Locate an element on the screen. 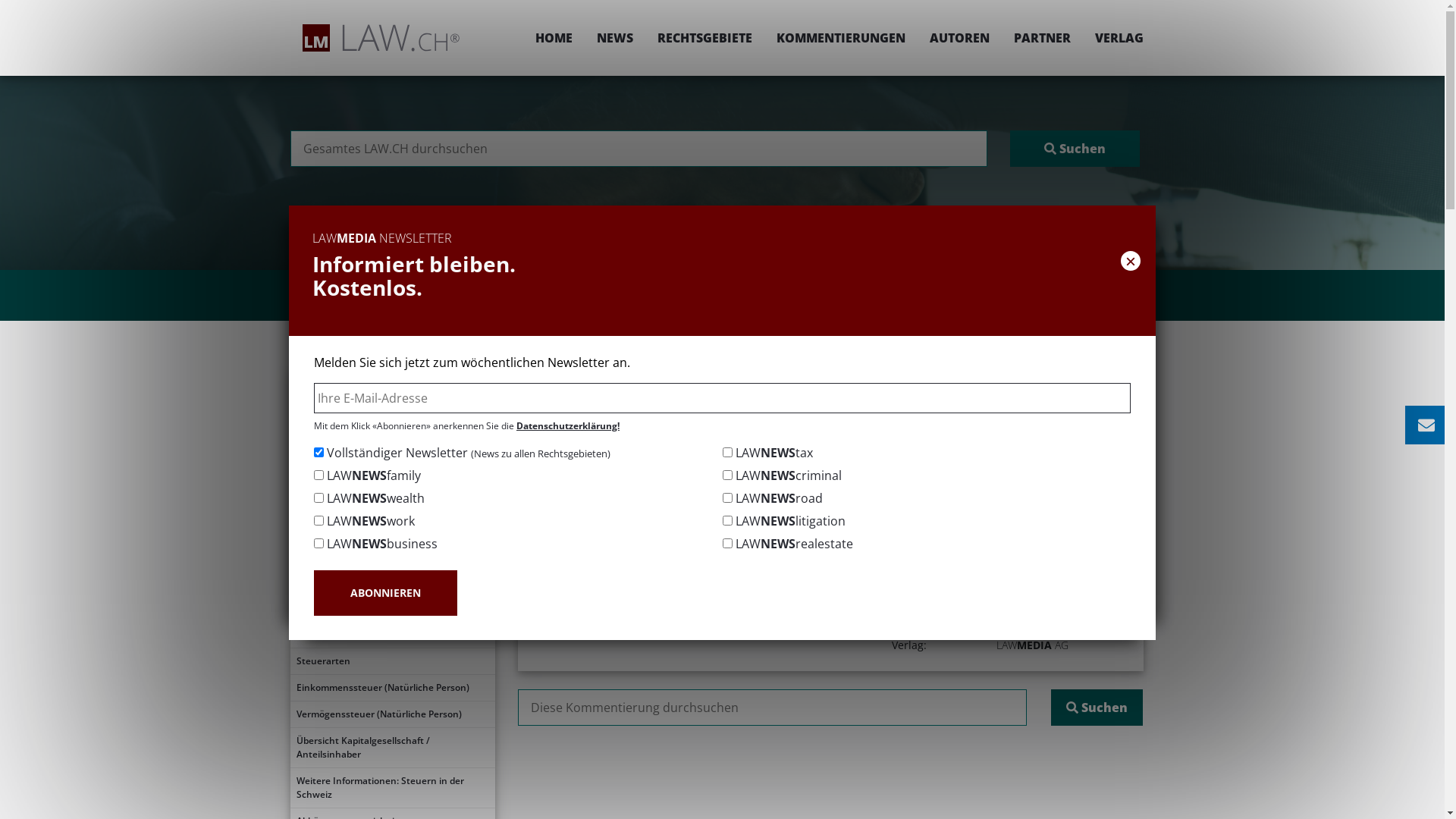  'Home' is located at coordinates (629, 375).